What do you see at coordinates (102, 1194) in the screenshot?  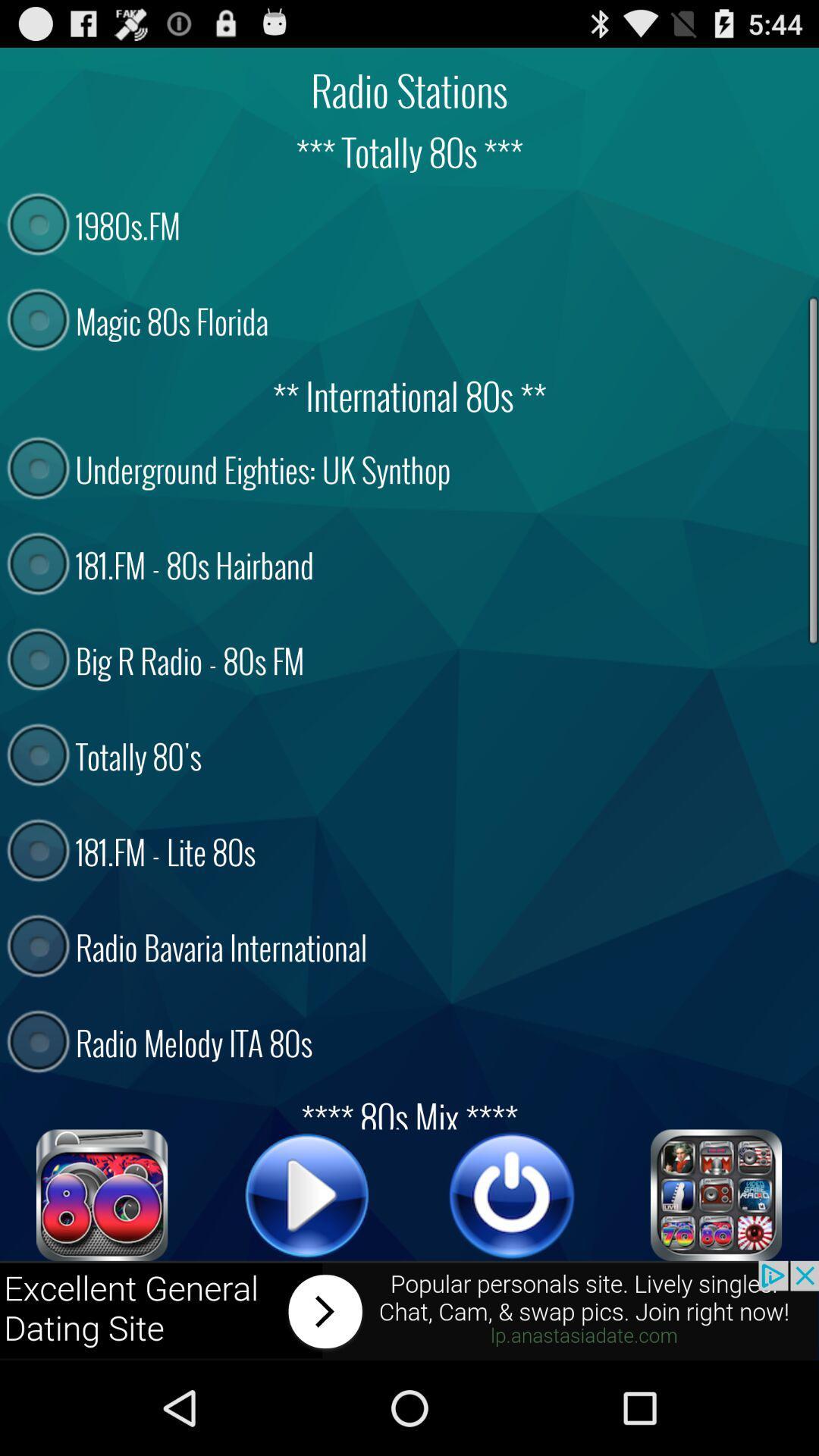 I see `totally 80 's music` at bounding box center [102, 1194].